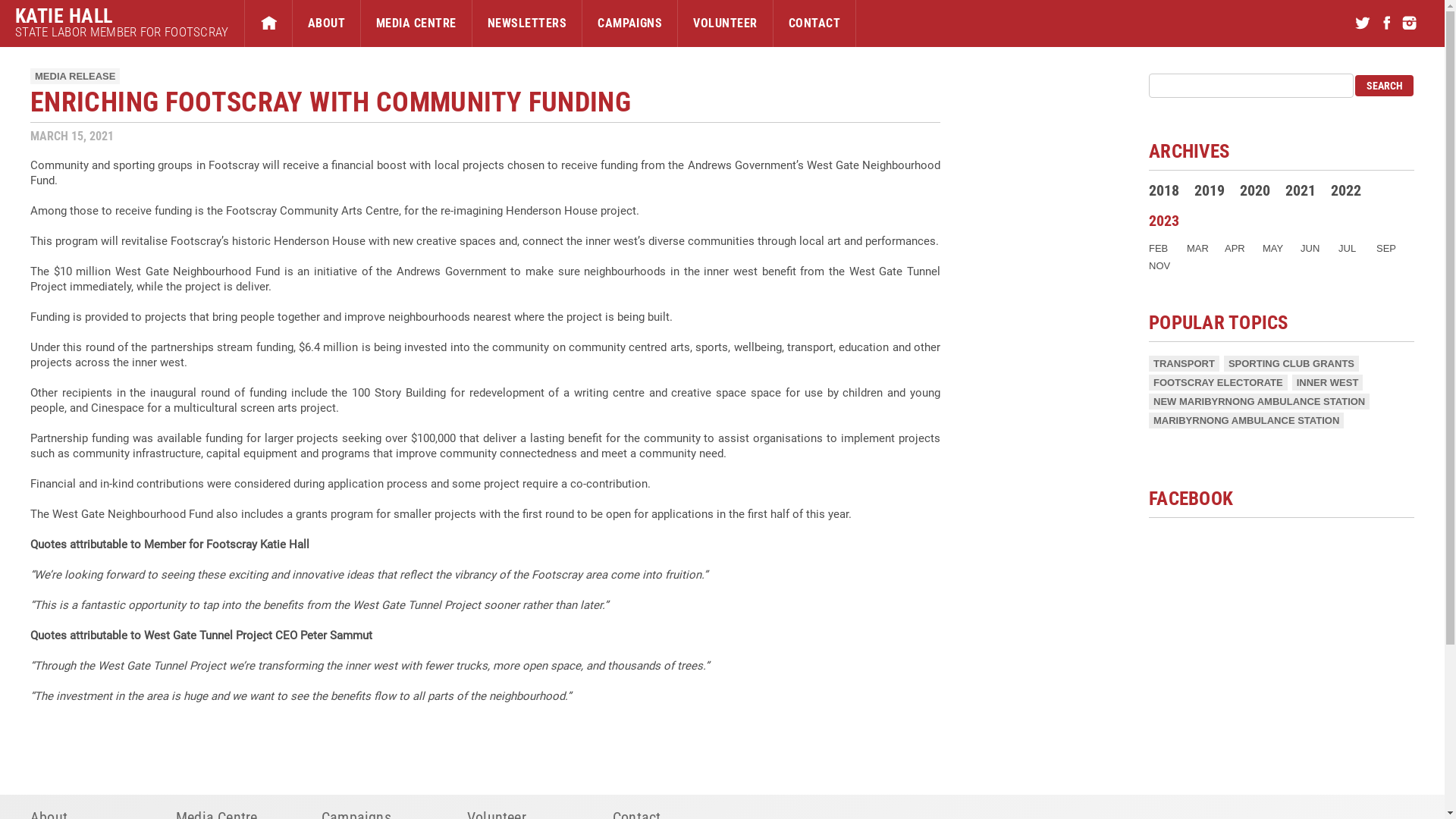 This screenshot has height=819, width=1456. Describe the element at coordinates (1309, 247) in the screenshot. I see `'JUN'` at that location.